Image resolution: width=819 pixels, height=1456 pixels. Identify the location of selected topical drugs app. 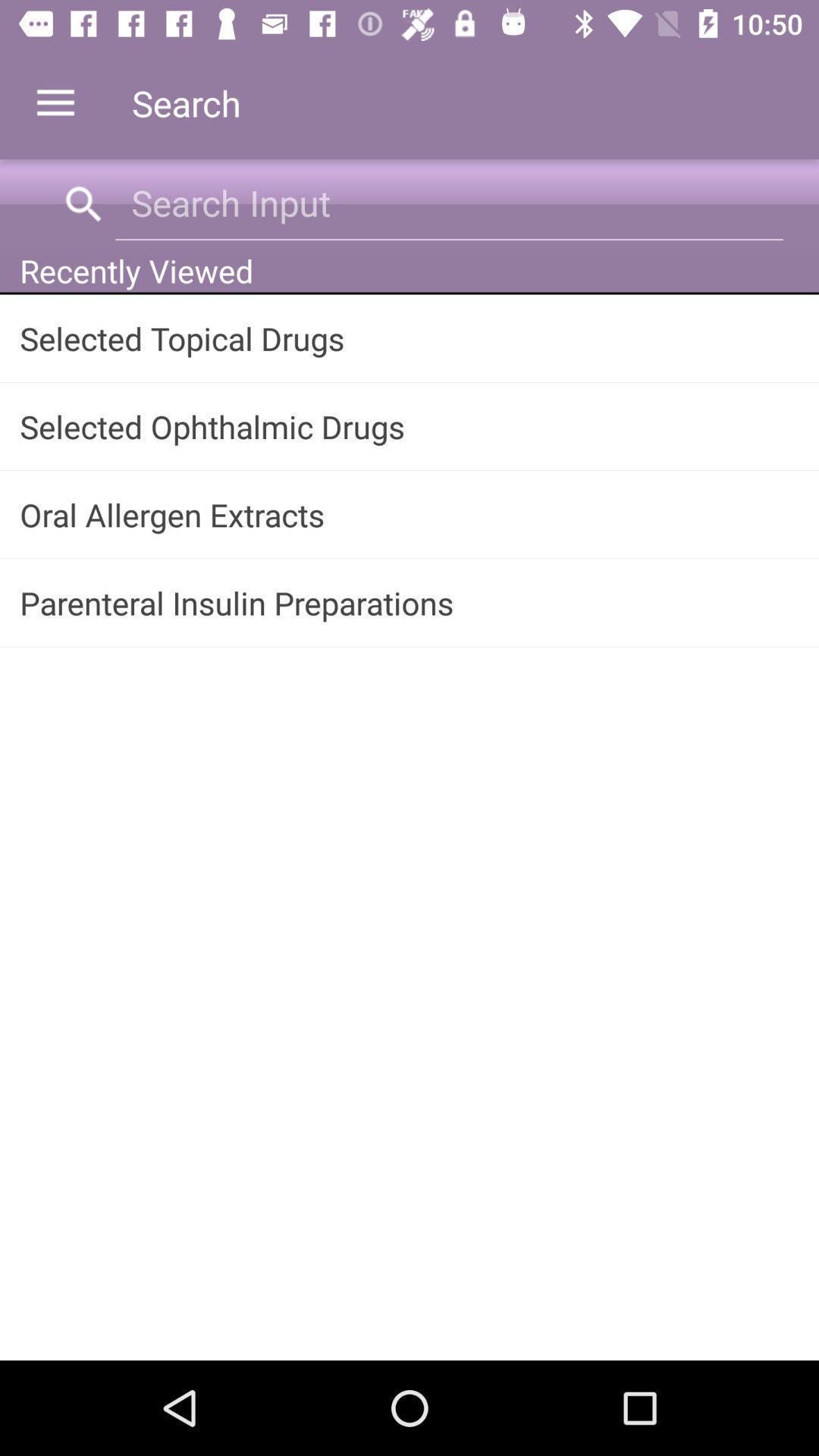
(409, 337).